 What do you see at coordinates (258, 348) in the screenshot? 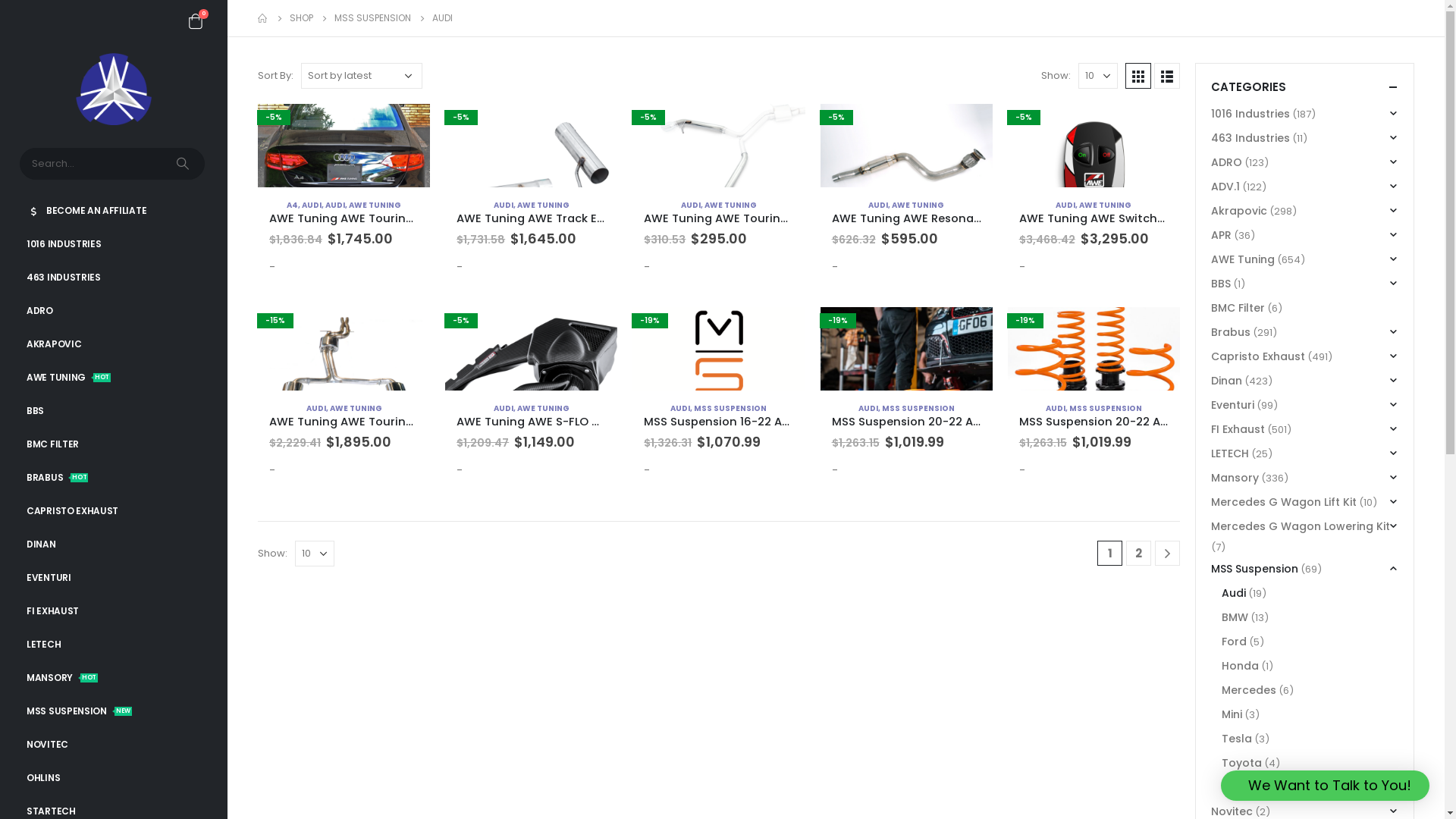
I see `'-15%'` at bounding box center [258, 348].